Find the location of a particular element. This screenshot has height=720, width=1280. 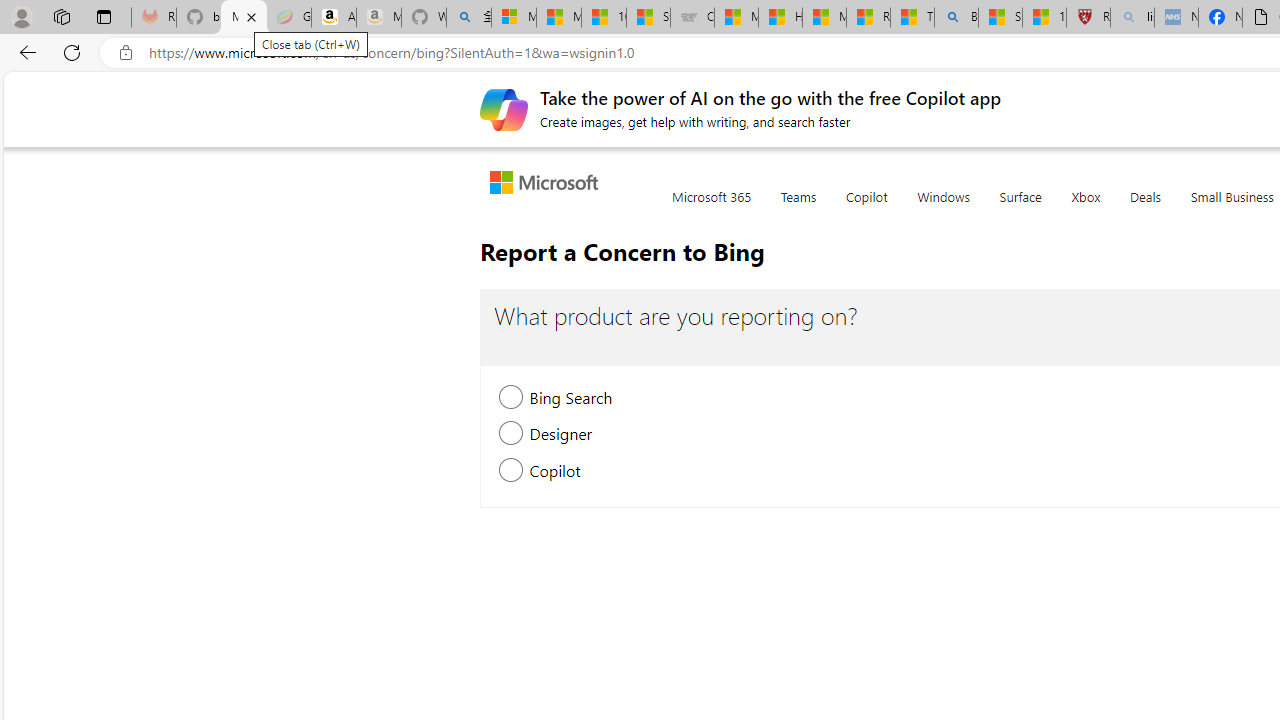

'Teams' is located at coordinates (797, 208).